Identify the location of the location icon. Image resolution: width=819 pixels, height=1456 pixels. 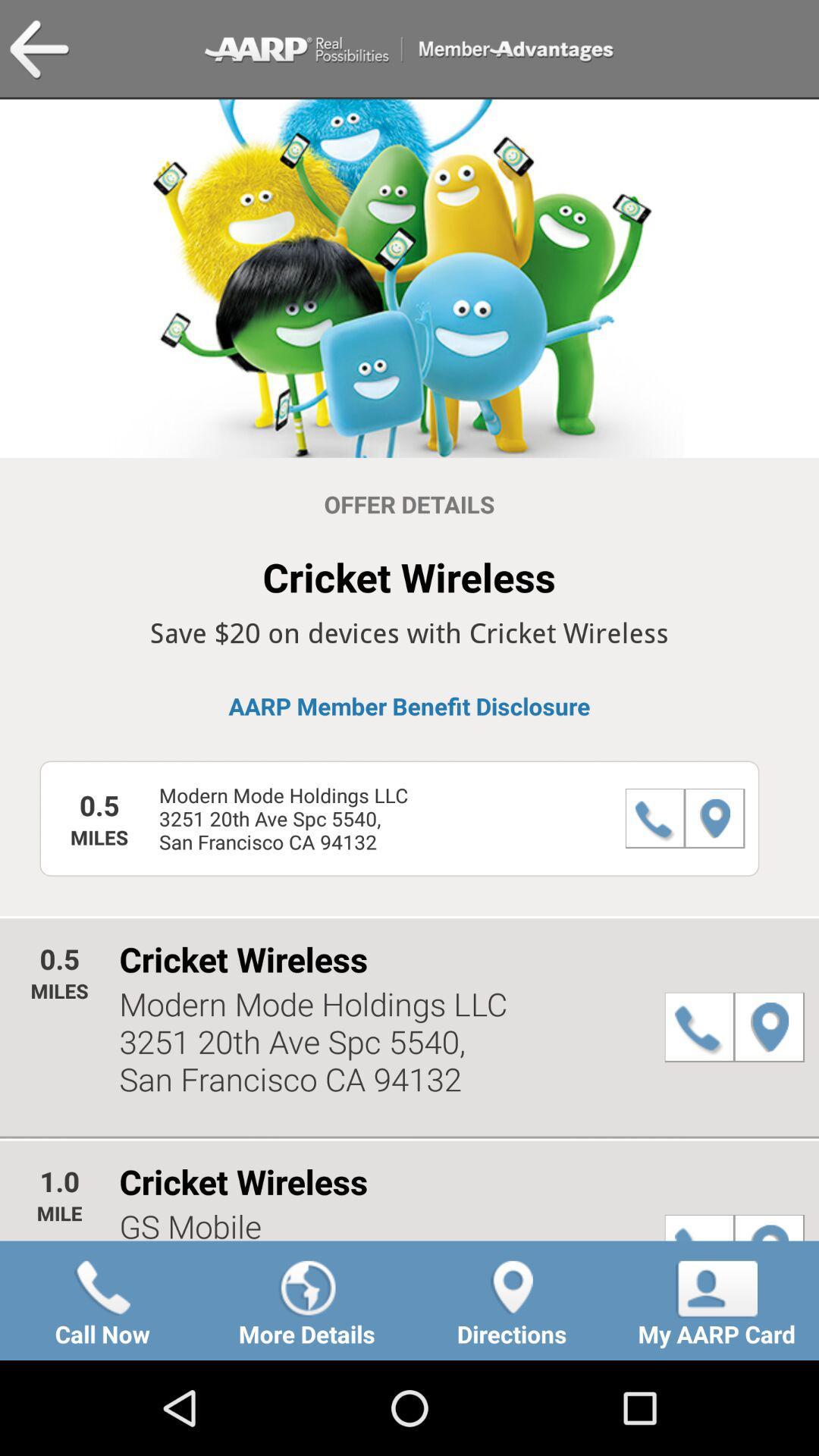
(715, 876).